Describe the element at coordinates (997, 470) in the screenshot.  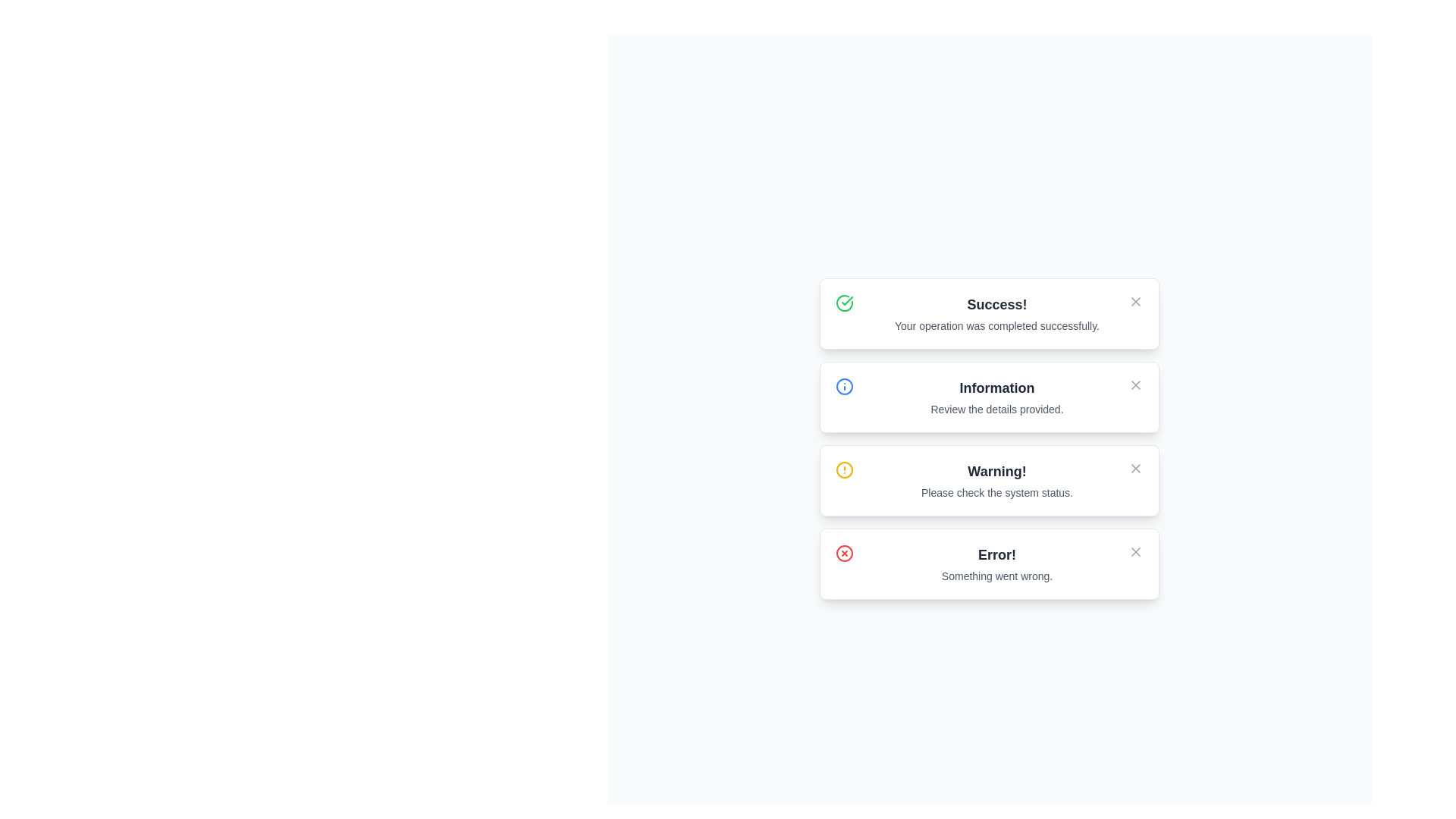
I see `the warning status text label` at that location.